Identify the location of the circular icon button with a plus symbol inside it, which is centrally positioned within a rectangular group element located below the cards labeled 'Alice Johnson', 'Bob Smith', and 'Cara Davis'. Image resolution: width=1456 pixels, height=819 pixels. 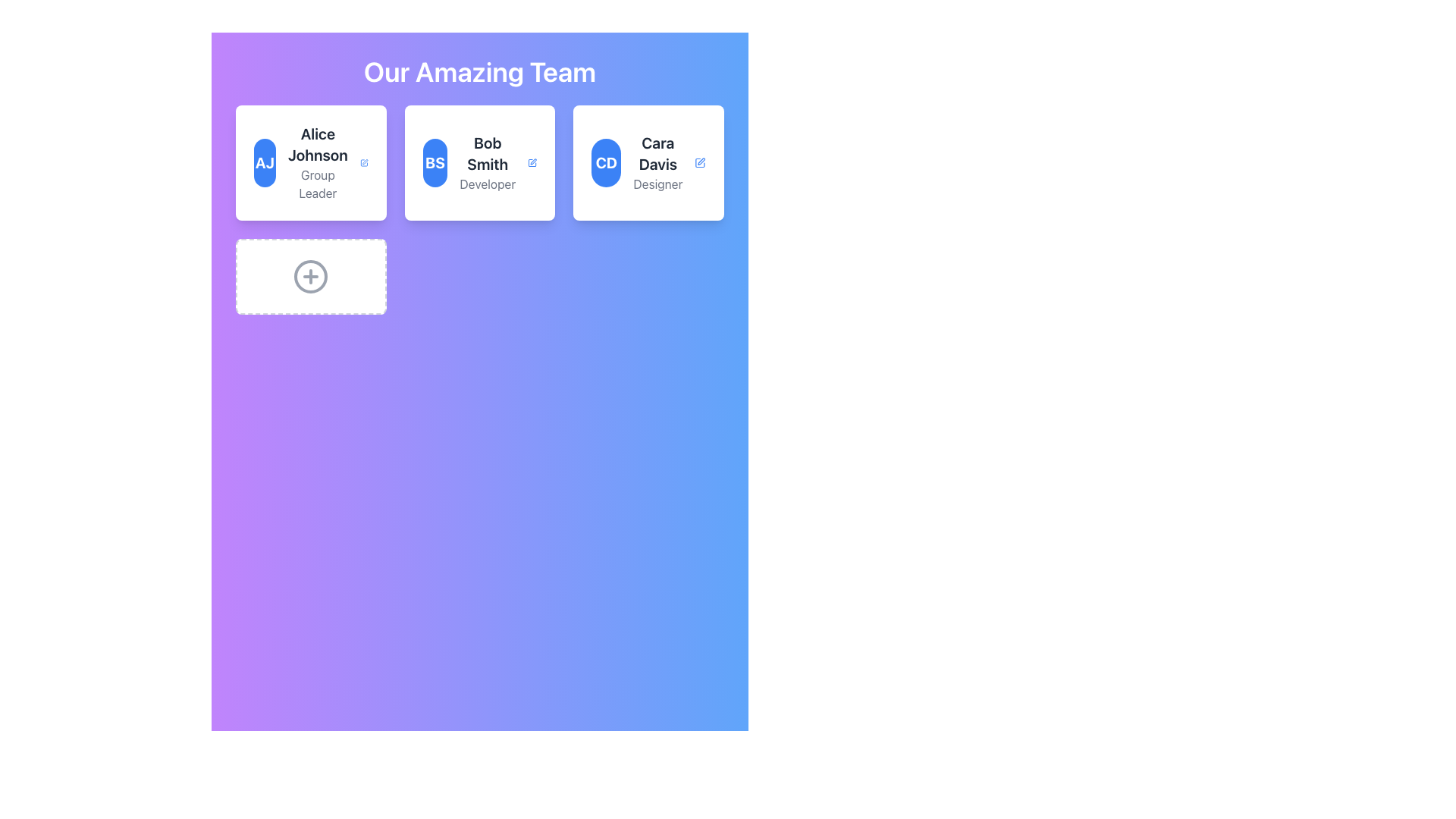
(310, 277).